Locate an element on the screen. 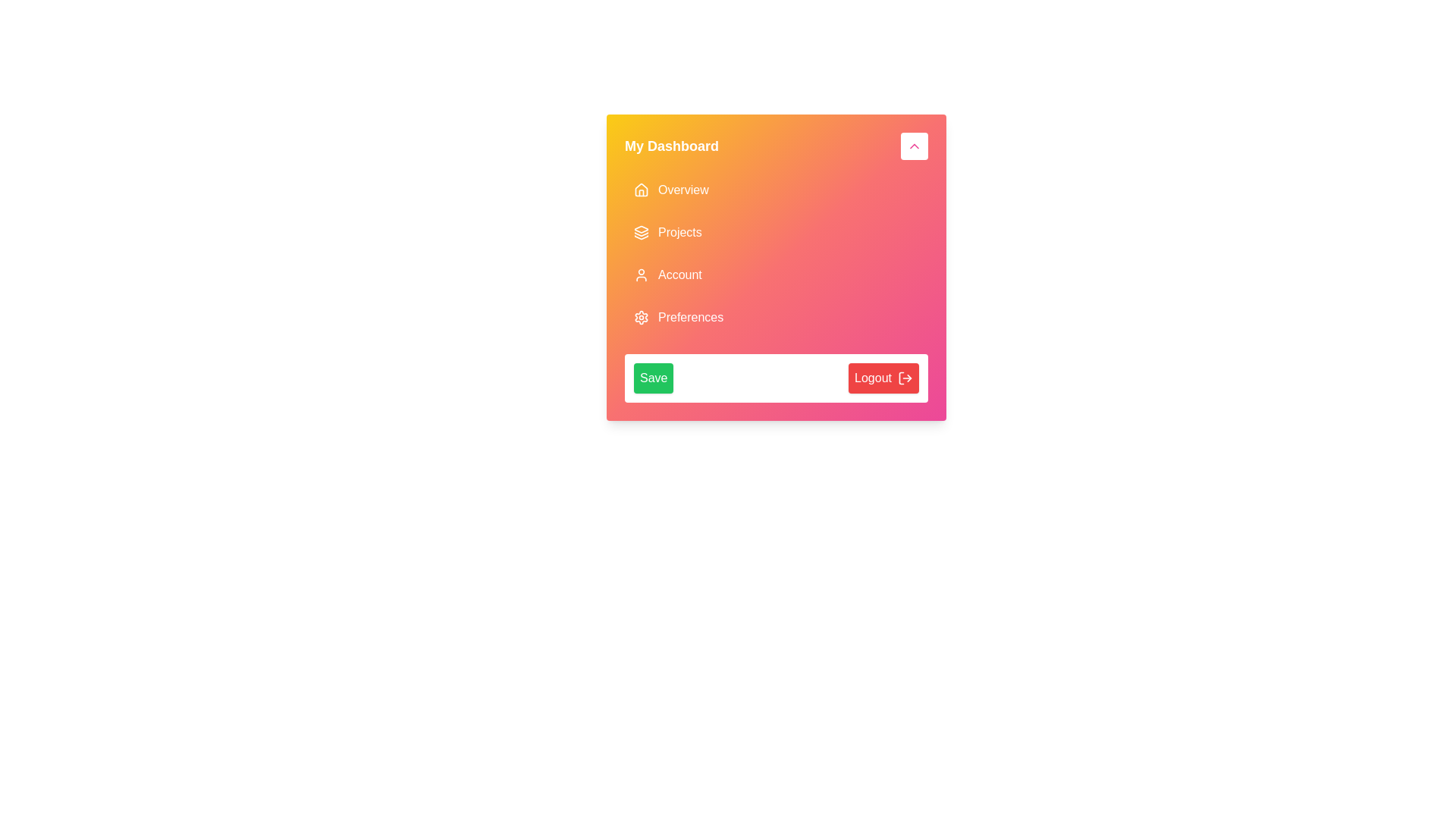 The image size is (1456, 819). the 'Overview' button with a gradient orange-to-pink background located in the vertical menu on the left side of the interface is located at coordinates (776, 189).